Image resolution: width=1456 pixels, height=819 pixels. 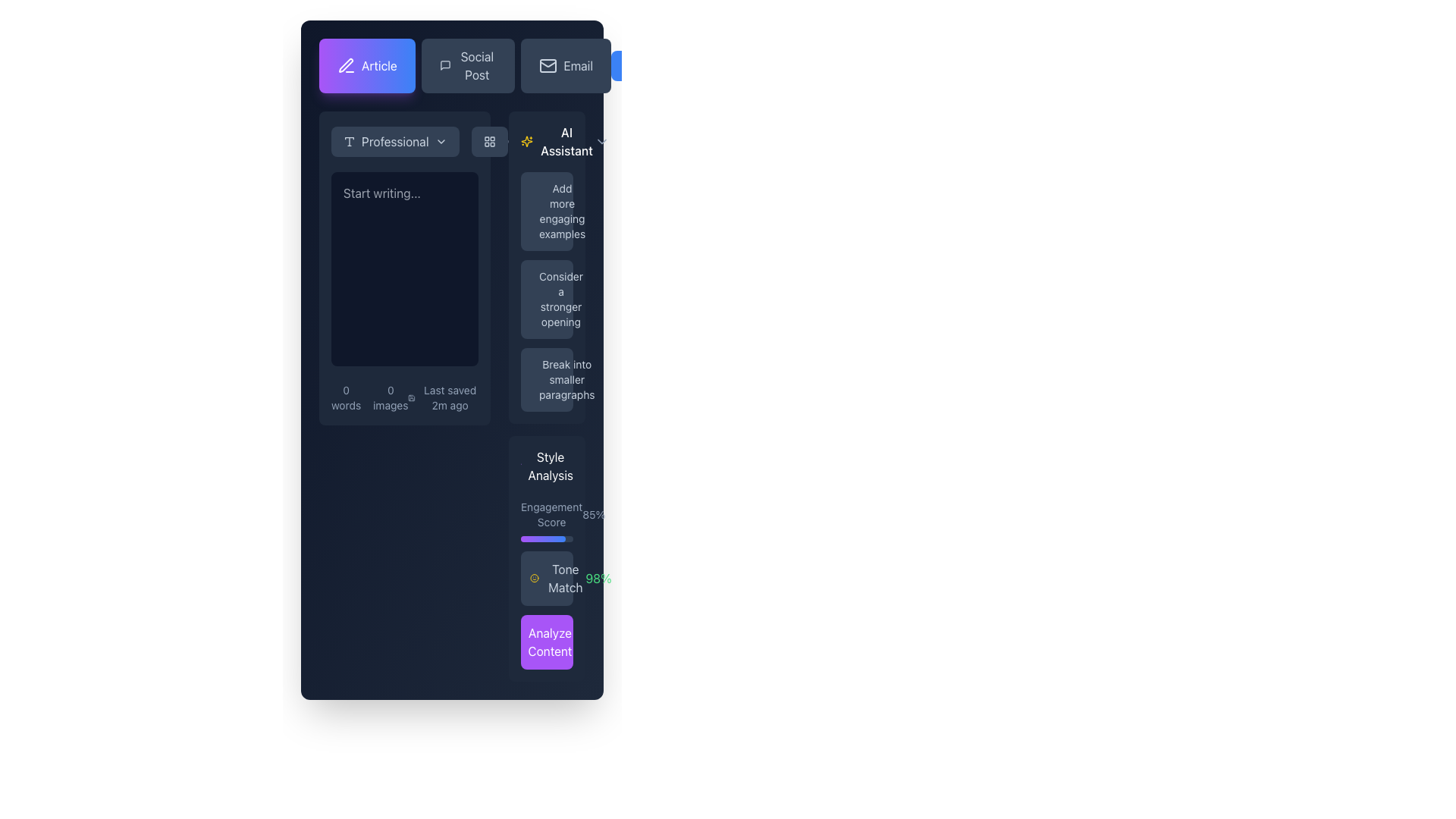 I want to click on the Text label located in the bottom-right section of the interface that indicates a feature related to analyzing styles, so click(x=550, y=465).